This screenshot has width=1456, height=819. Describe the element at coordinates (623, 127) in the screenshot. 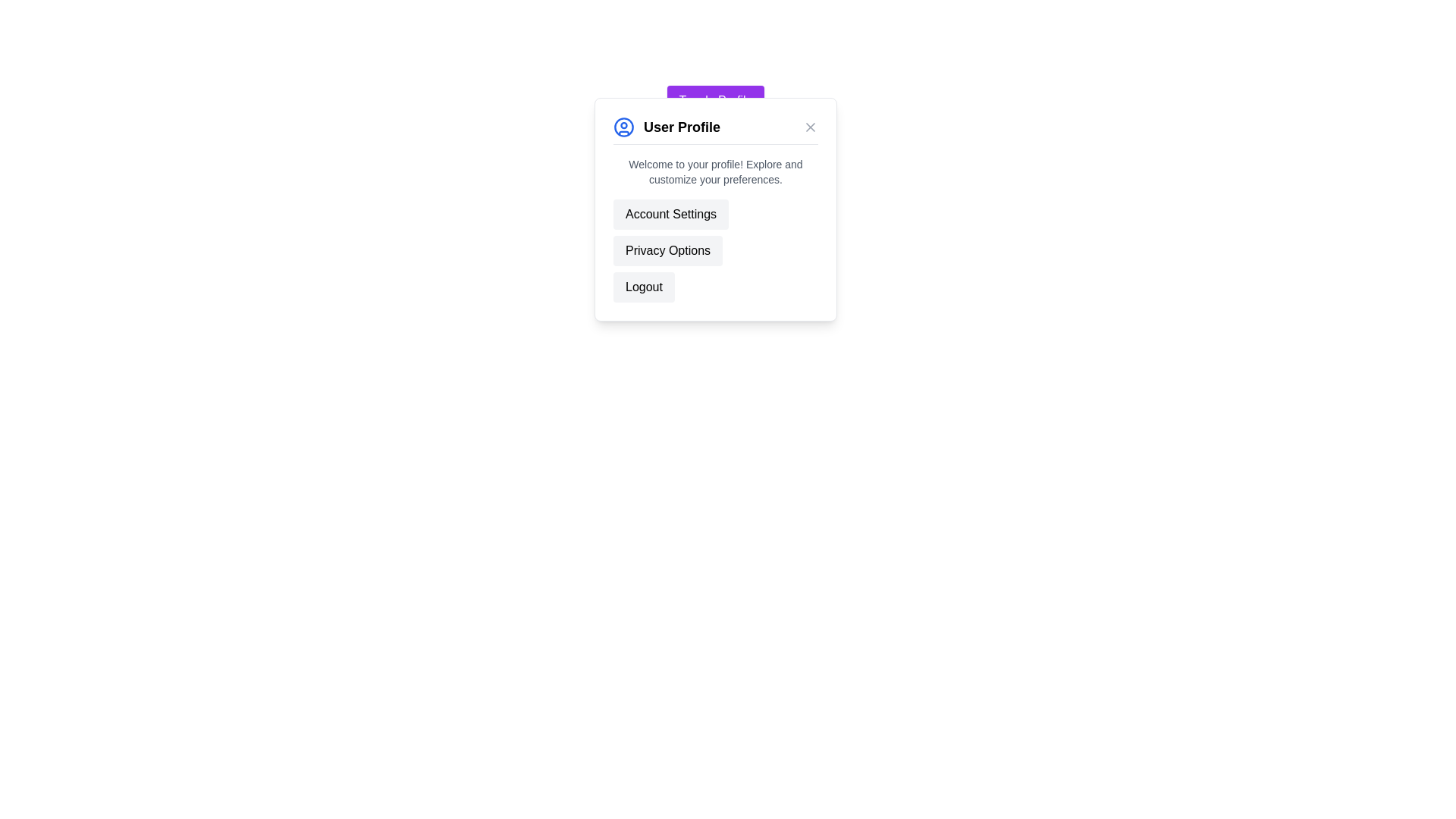

I see `the user silhouette icon in a blue and white circle frame, which is located to the left of the 'User Profile' text` at that location.